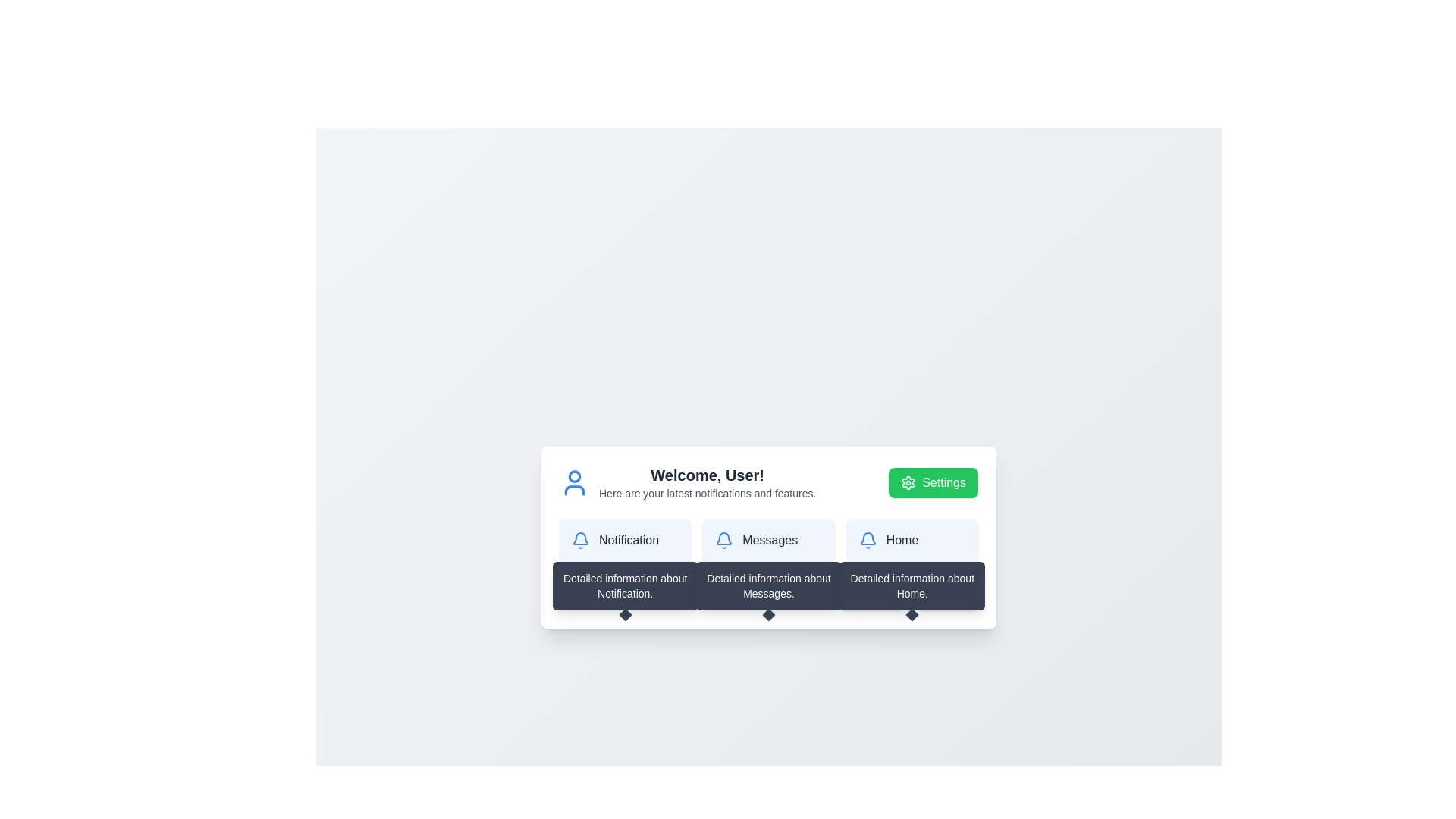 Image resolution: width=1456 pixels, height=819 pixels. Describe the element at coordinates (625, 585) in the screenshot. I see `text content from the dark gray tooltip that contains the white text 'Detailed information about Notification.' located below the 'Notification' button` at that location.